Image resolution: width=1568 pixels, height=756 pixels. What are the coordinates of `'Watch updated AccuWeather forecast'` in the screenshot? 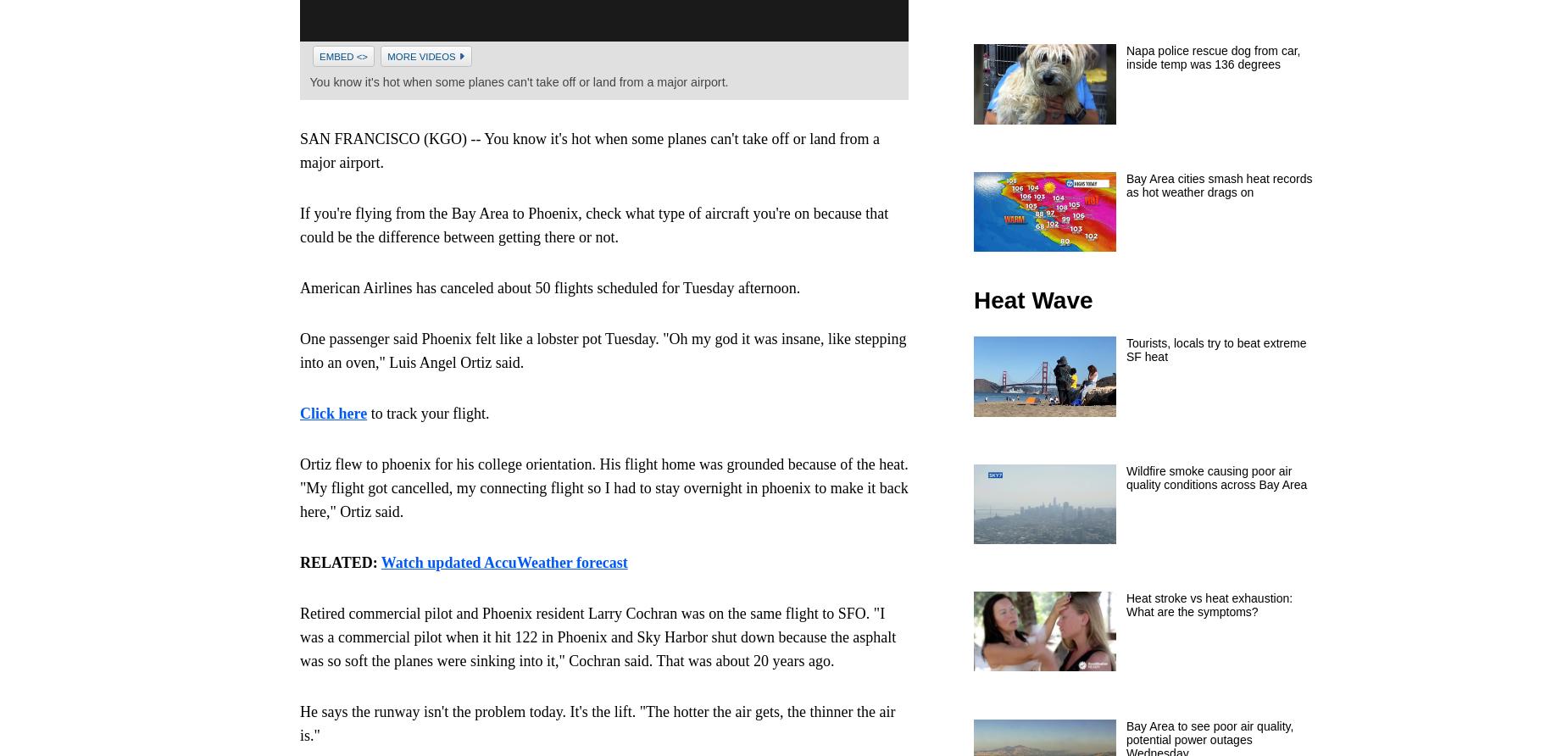 It's located at (379, 562).